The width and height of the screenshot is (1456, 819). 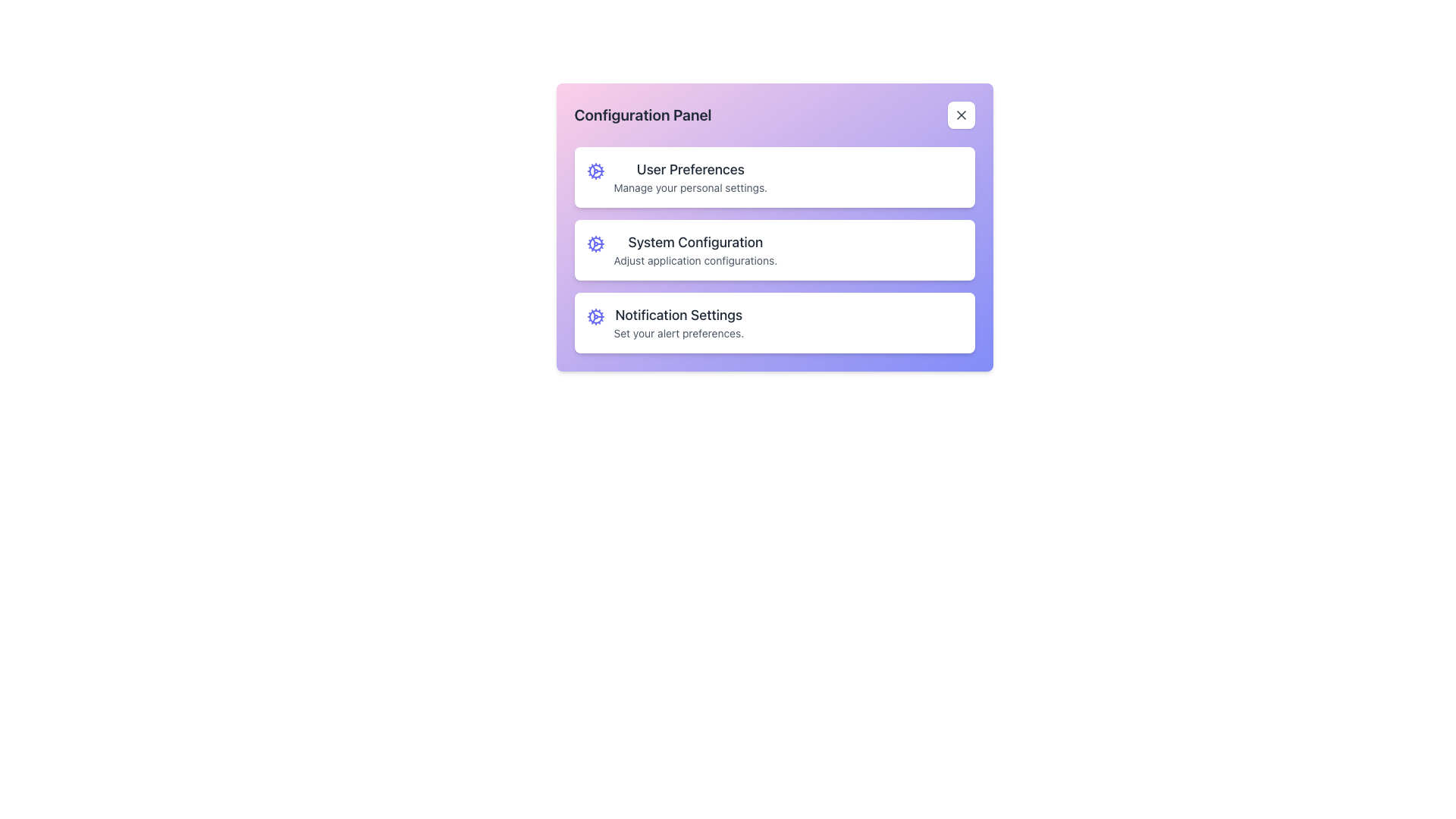 I want to click on the Interactive Button located in the Configuration Panel beneath the User Preferences section, so click(x=774, y=227).